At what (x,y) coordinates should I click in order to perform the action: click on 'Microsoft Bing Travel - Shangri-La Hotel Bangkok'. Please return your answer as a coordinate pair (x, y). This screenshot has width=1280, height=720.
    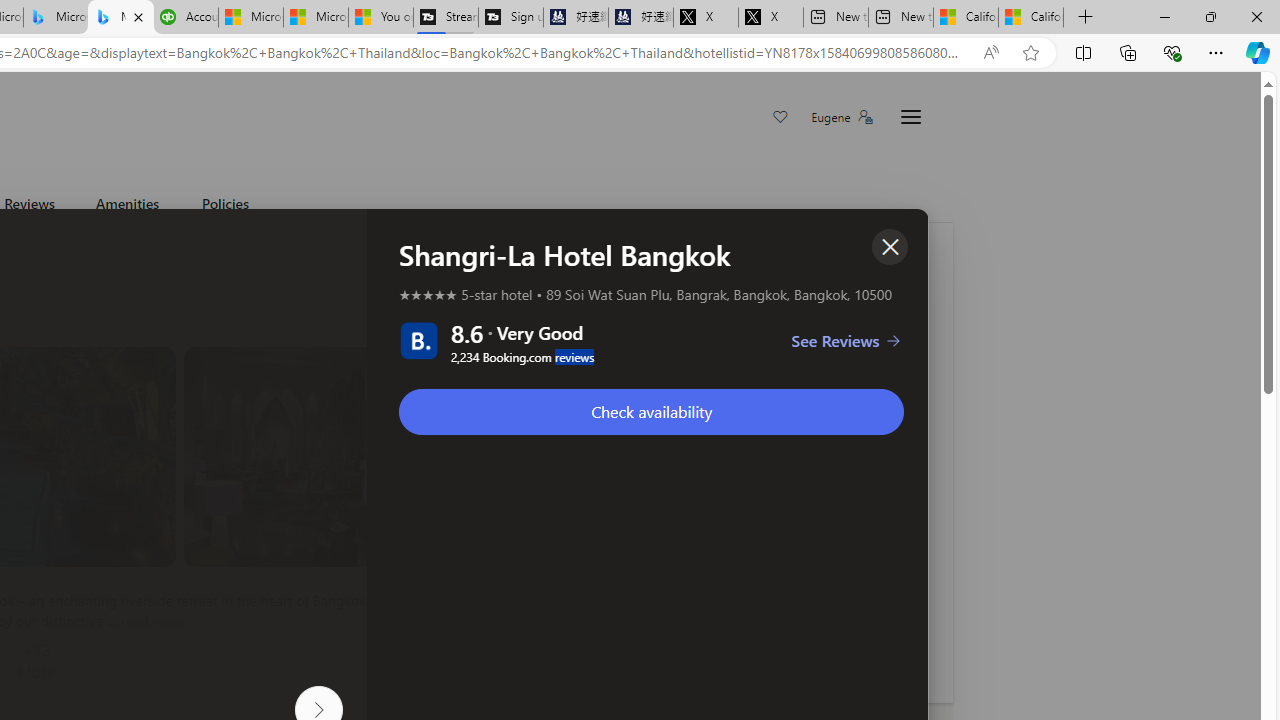
    Looking at the image, I should click on (119, 17).